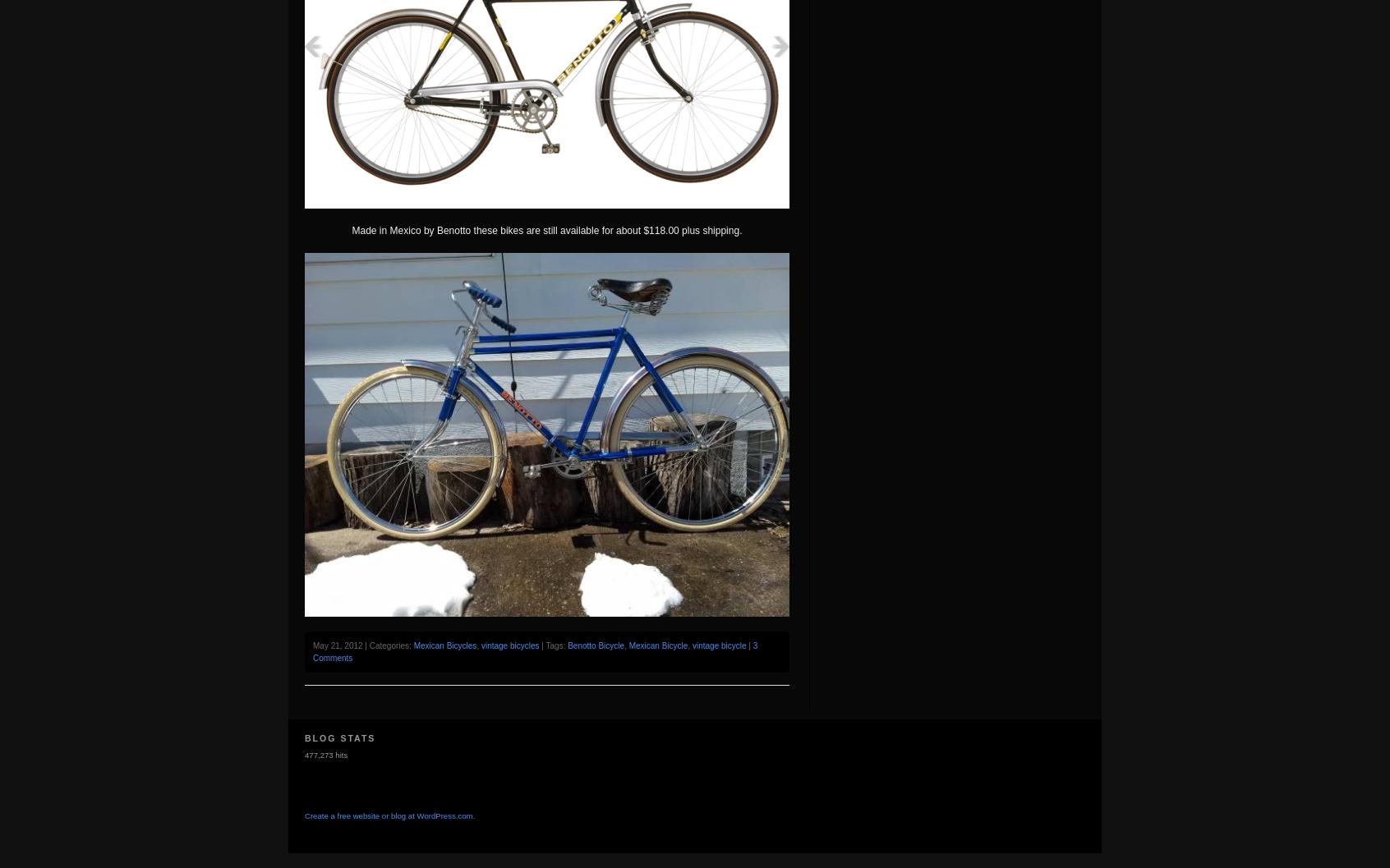 Image resolution: width=1390 pixels, height=868 pixels. I want to click on 'Create a free website or blog at WordPress.com.', so click(389, 815).